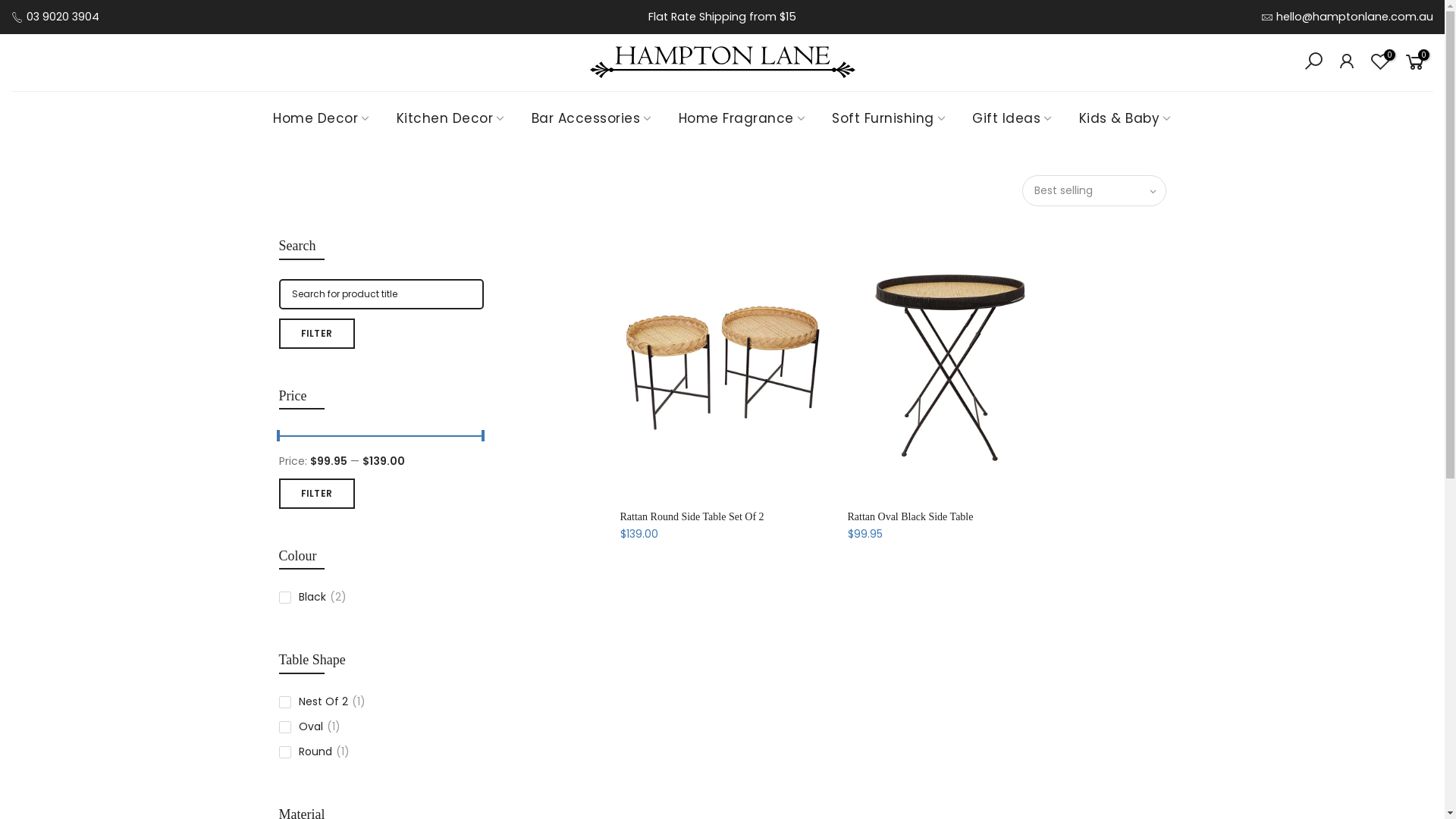 The image size is (1456, 819). What do you see at coordinates (1379, 62) in the screenshot?
I see `'0'` at bounding box center [1379, 62].